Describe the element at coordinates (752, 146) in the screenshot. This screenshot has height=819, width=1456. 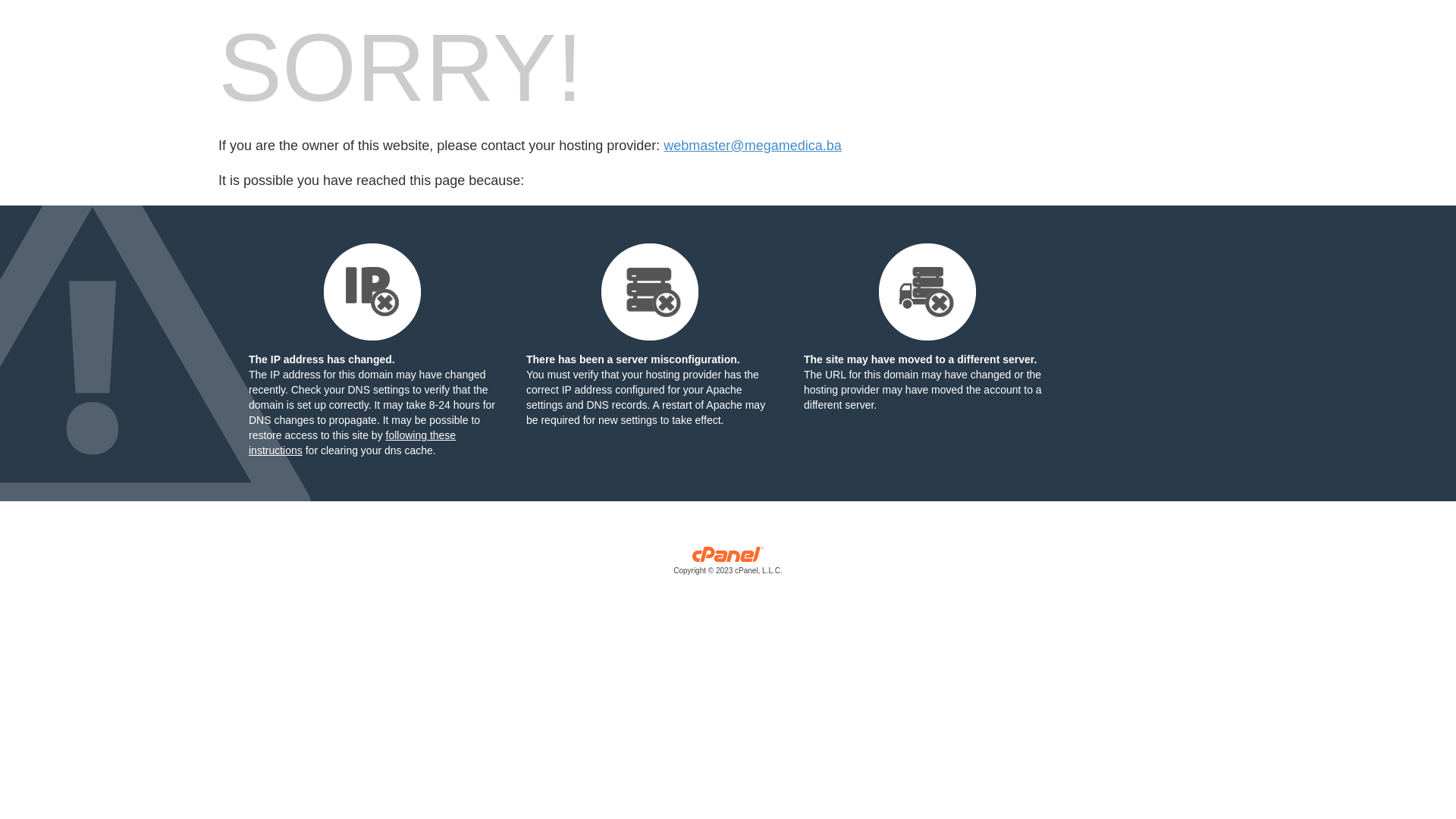
I see `'webmaster@megamedica.ba'` at that location.